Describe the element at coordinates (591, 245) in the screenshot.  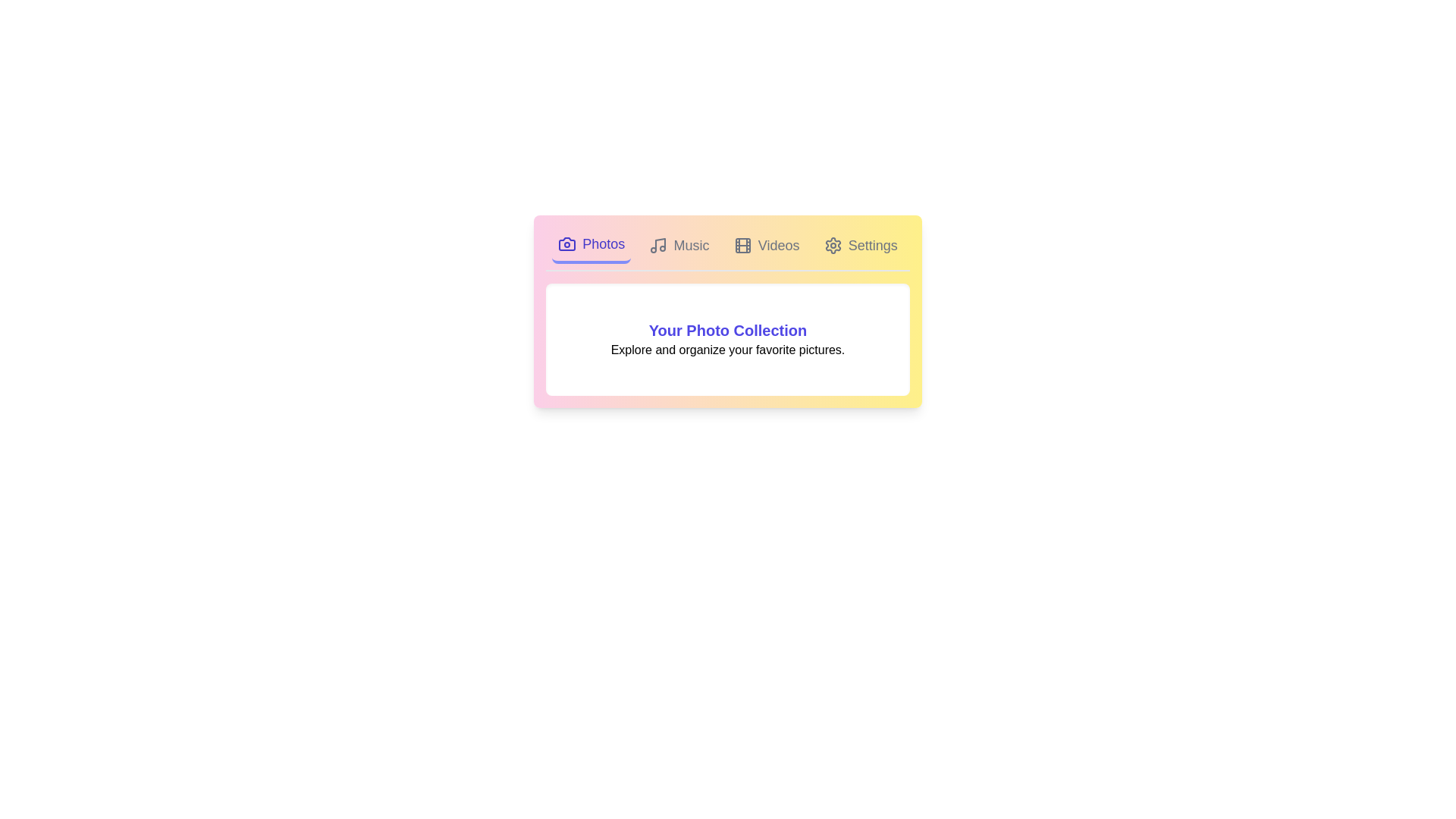
I see `the Photos tab to navigate to it` at that location.